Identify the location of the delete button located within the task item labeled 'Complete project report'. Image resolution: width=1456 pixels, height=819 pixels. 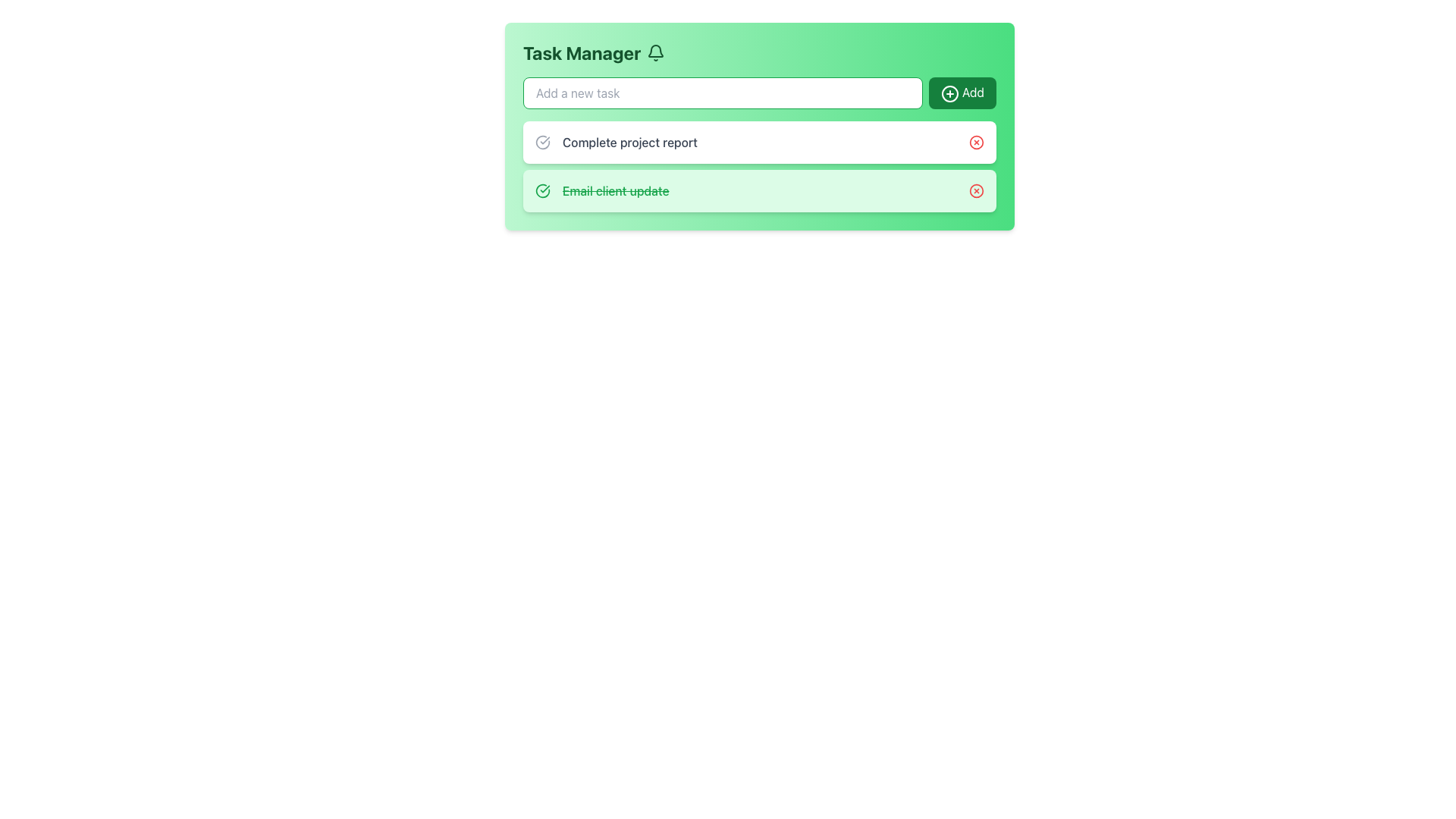
(976, 143).